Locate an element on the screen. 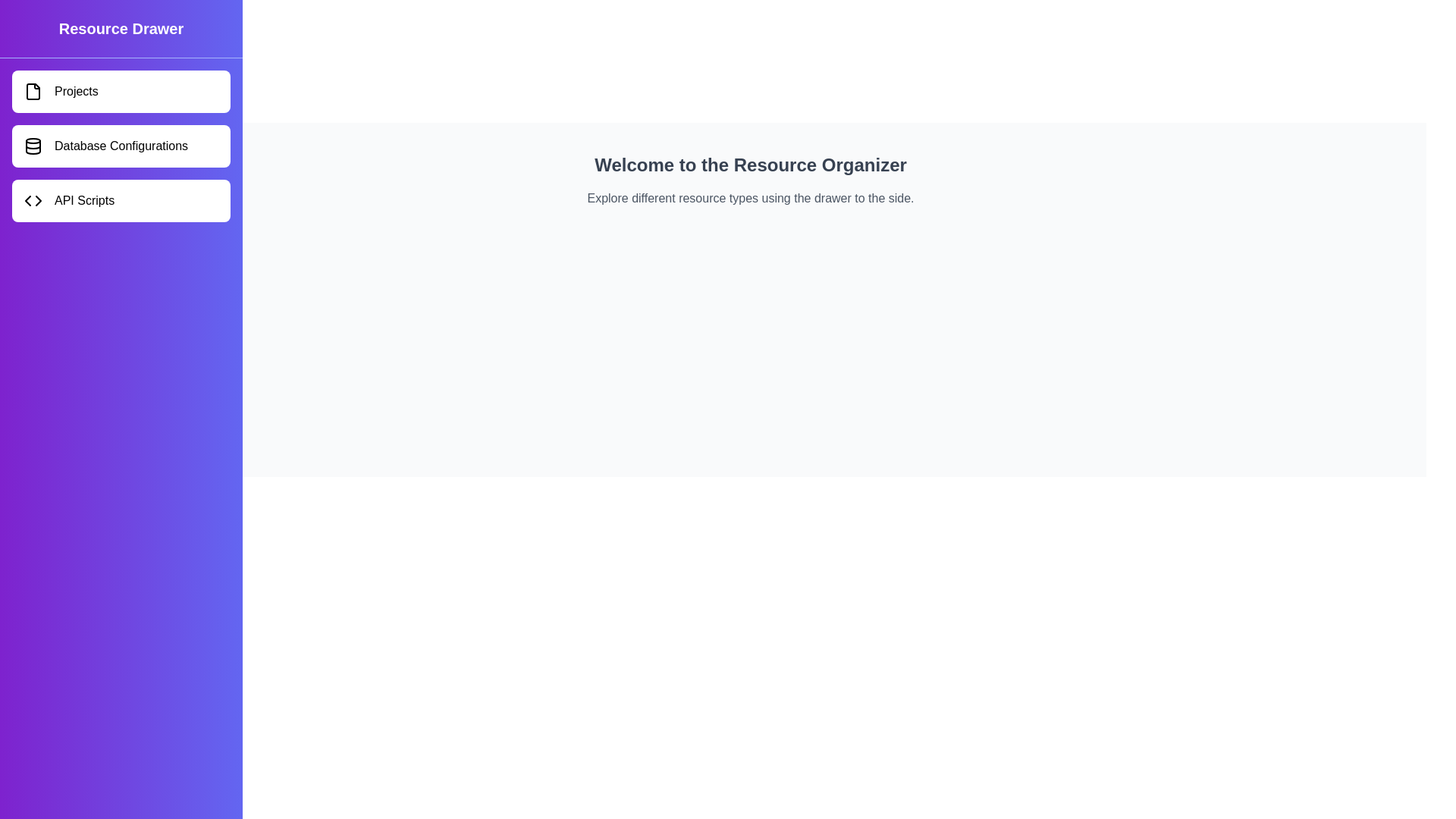 The height and width of the screenshot is (819, 1456). the resource Database Configurations by clicking on its corresponding item in the drawer is located at coordinates (120, 146).